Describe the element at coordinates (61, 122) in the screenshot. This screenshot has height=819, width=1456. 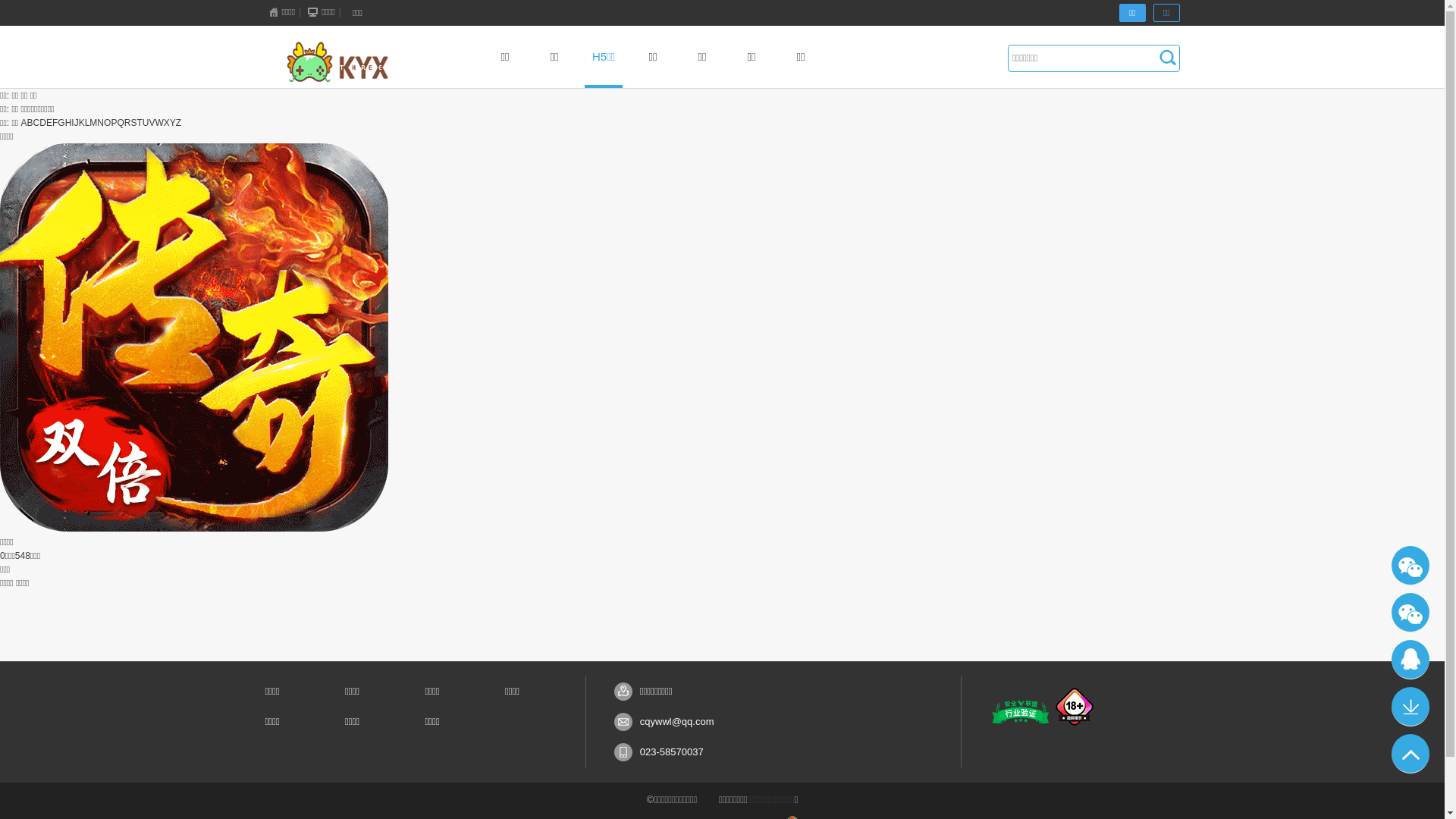
I see `'G'` at that location.